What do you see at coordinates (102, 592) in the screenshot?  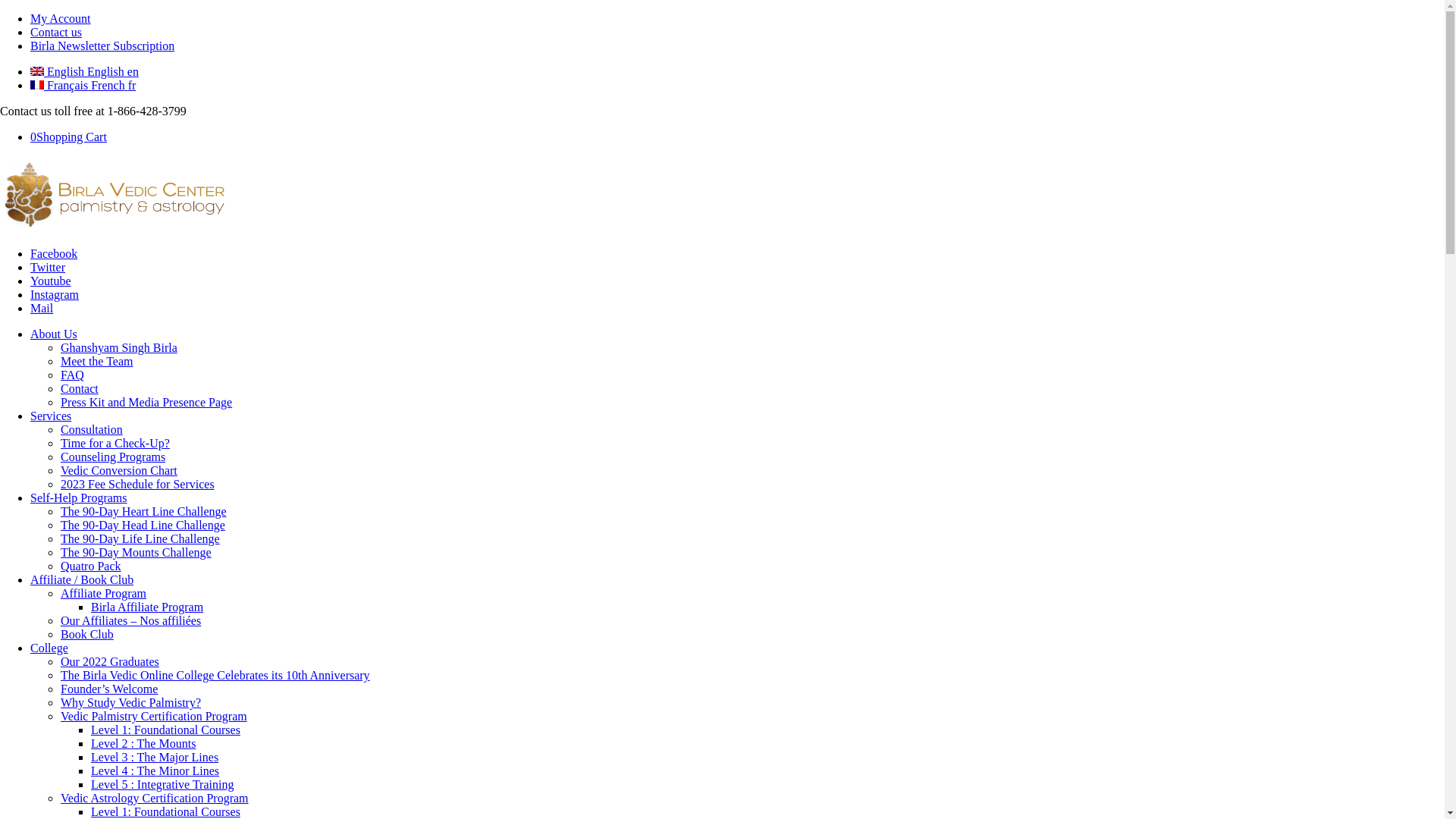 I see `'Affiliate Program'` at bounding box center [102, 592].